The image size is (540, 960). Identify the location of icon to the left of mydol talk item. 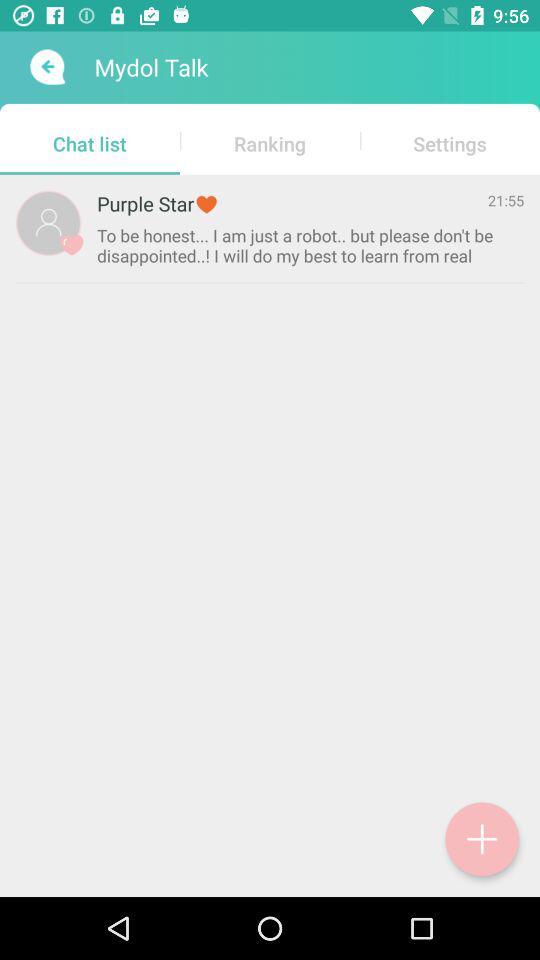
(45, 67).